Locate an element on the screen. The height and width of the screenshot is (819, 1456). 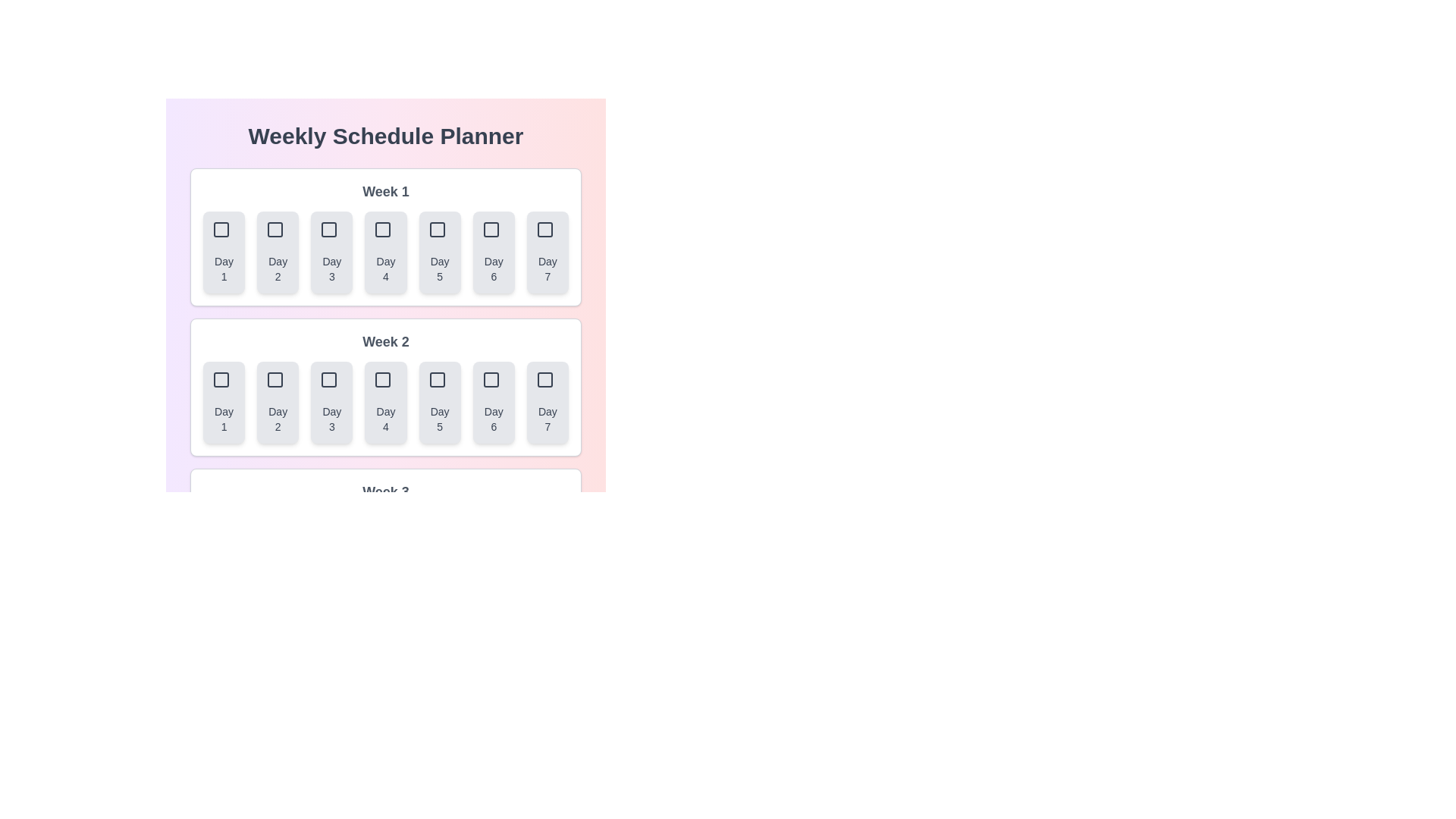
the button corresponding to Week 2 and Day 1 to select that day is located at coordinates (222, 402).